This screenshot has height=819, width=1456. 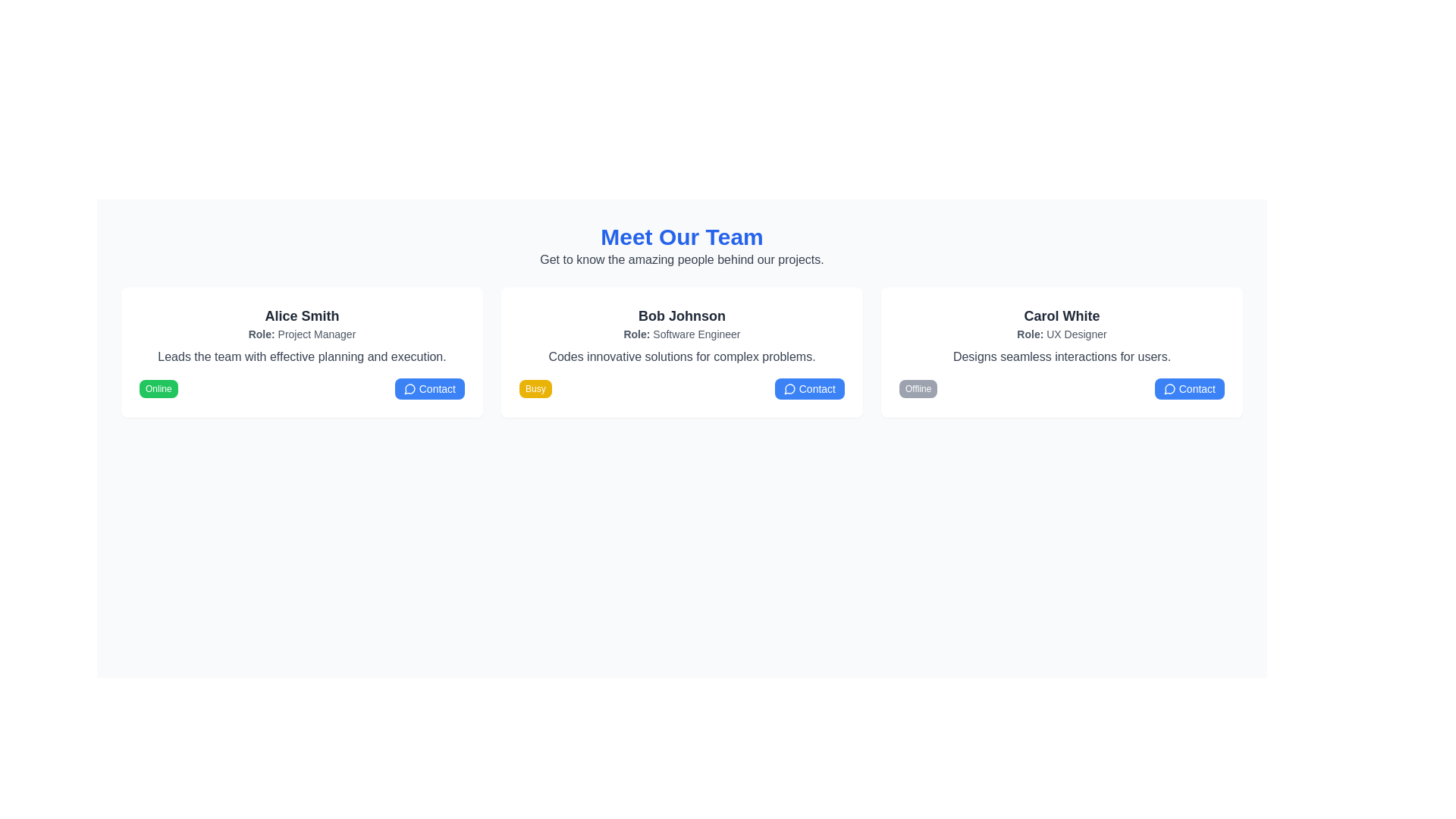 What do you see at coordinates (1061, 356) in the screenshot?
I see `the static text element that describes Carol White's responsibilities, located below the role label 'Role: UX Designer' and above the action buttons` at bounding box center [1061, 356].